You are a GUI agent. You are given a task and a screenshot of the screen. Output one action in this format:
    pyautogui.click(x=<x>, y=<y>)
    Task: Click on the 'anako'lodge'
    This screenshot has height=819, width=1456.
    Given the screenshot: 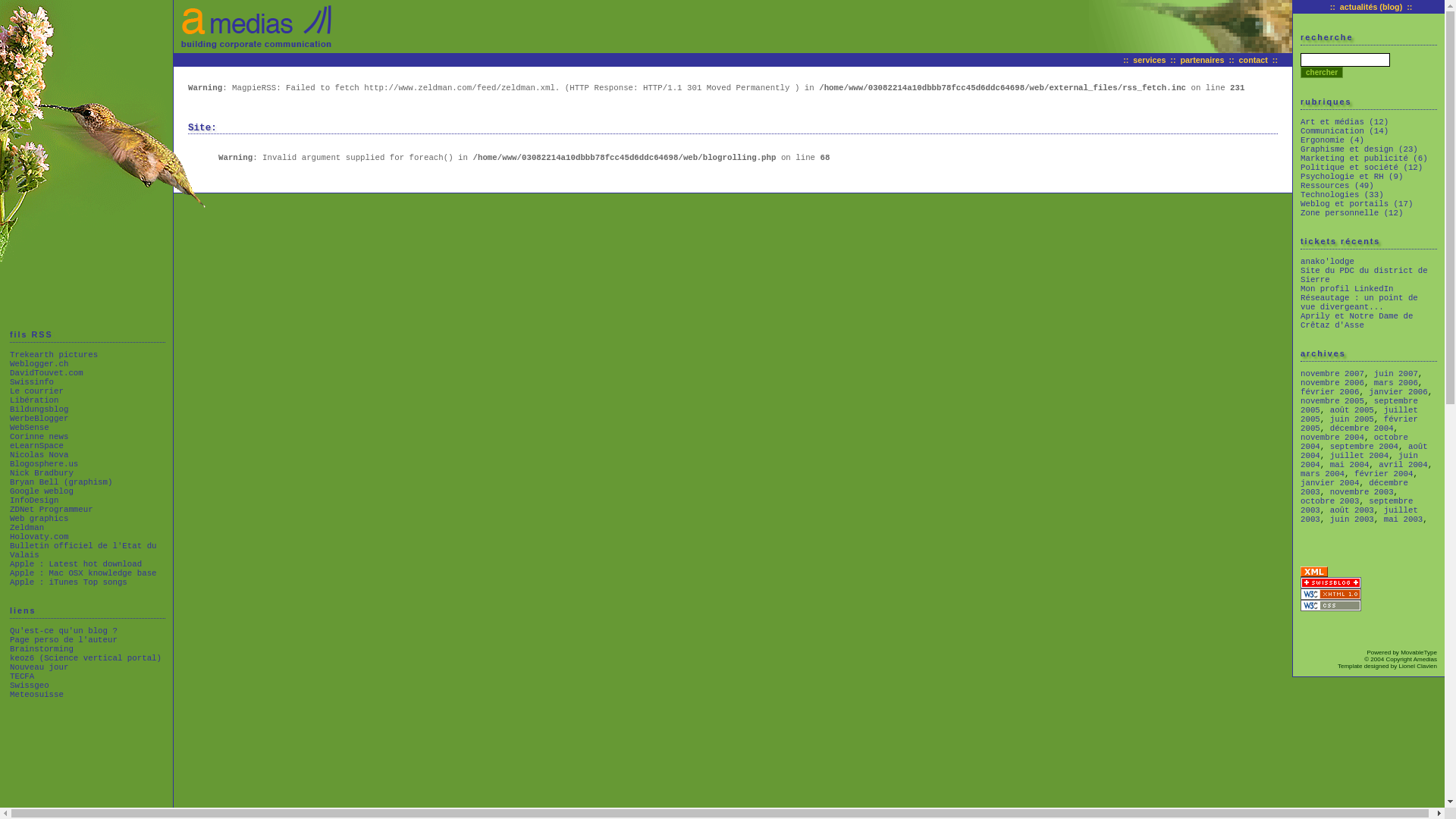 What is the action you would take?
    pyautogui.click(x=1326, y=260)
    